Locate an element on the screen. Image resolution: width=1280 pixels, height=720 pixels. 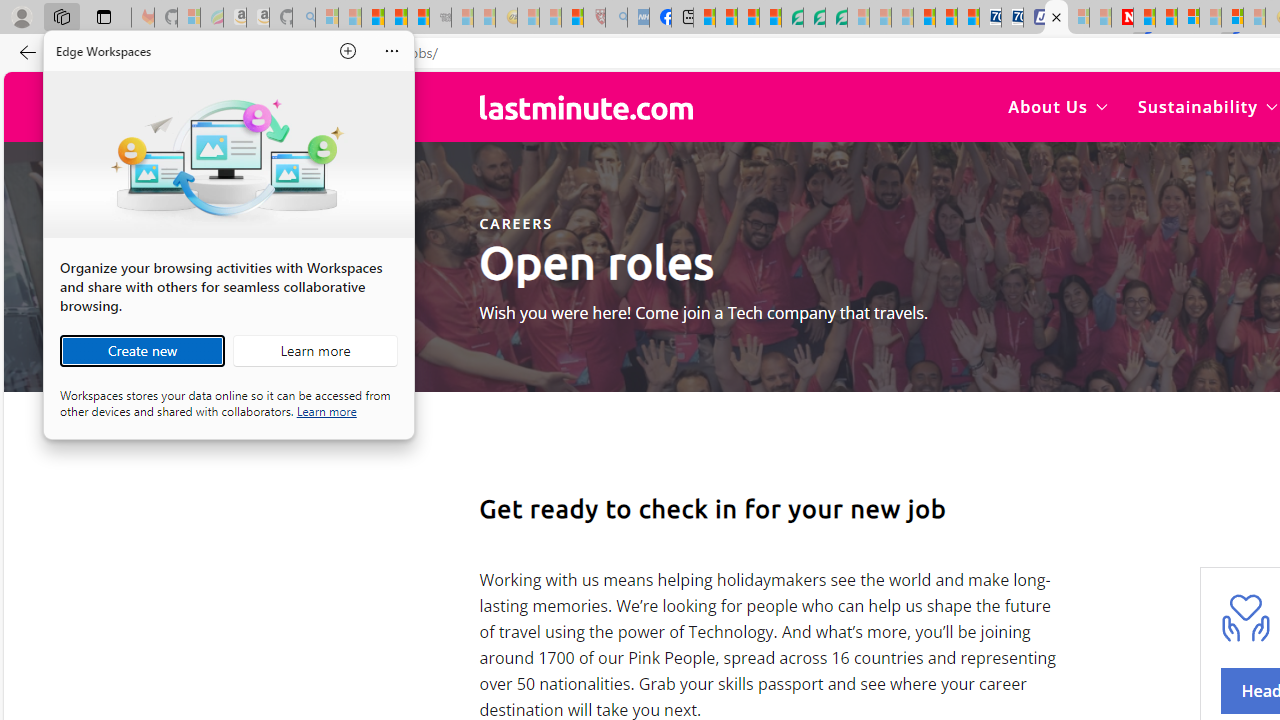
'Sustainability' is located at coordinates (1206, 106).